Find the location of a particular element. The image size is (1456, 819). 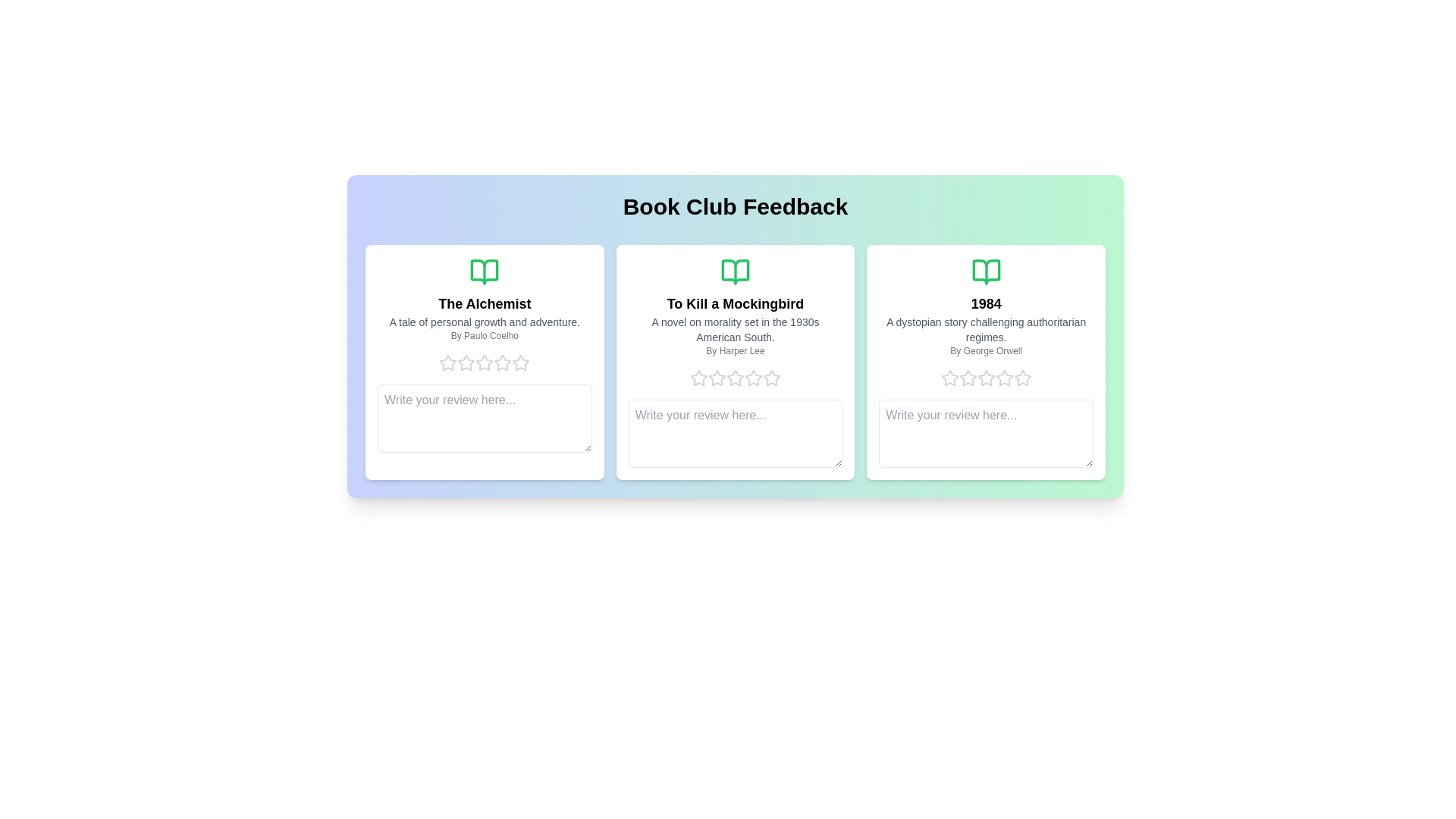

the static text snippet that reads 'A tale of personal growth and adventure.' which is styled in a small, gray font and positioned under the title 'The Alchemist' in the first card of three horizontally arranged cards is located at coordinates (484, 321).